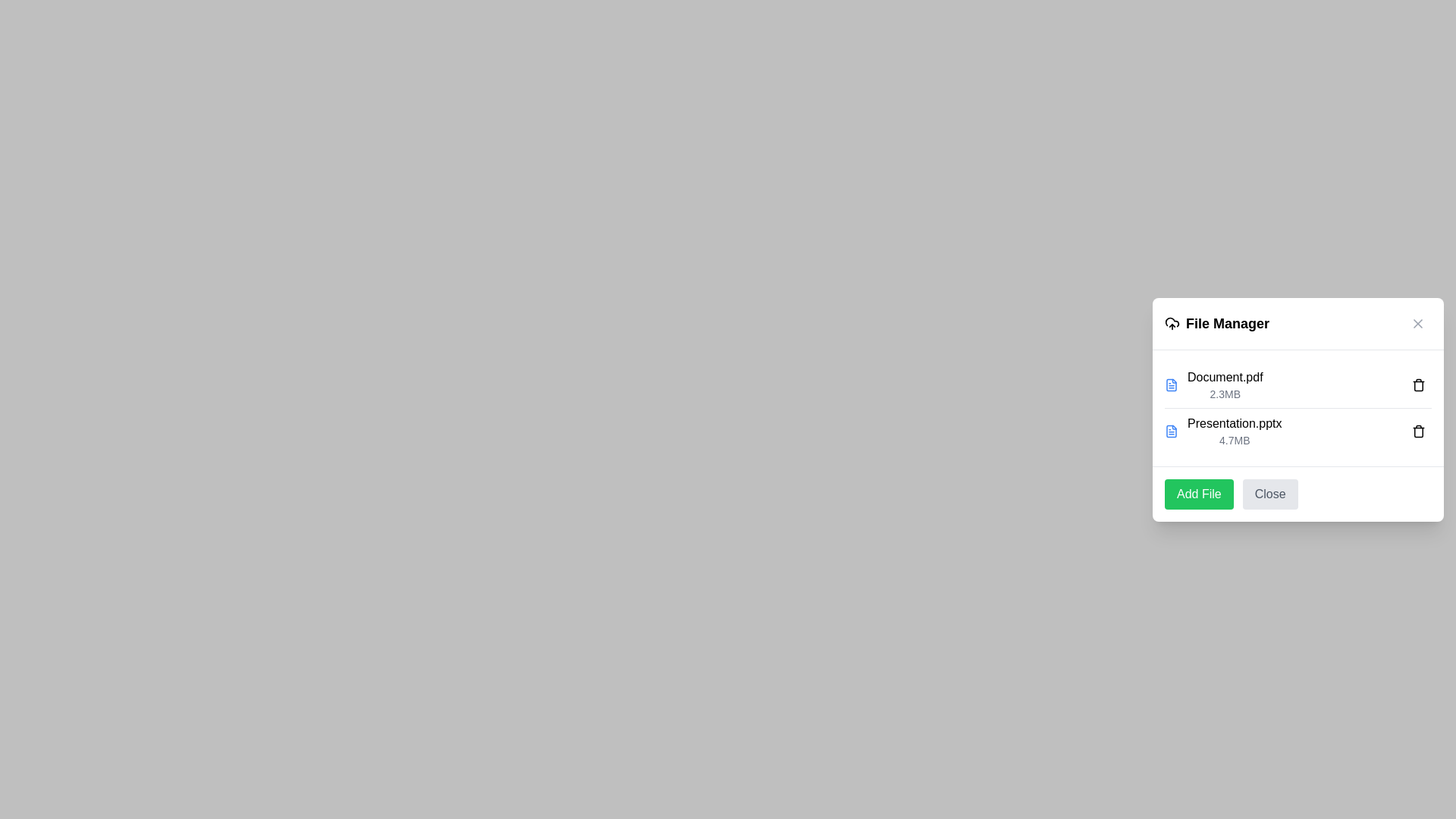 The width and height of the screenshot is (1456, 819). What do you see at coordinates (1225, 376) in the screenshot?
I see `the file name label` at bounding box center [1225, 376].